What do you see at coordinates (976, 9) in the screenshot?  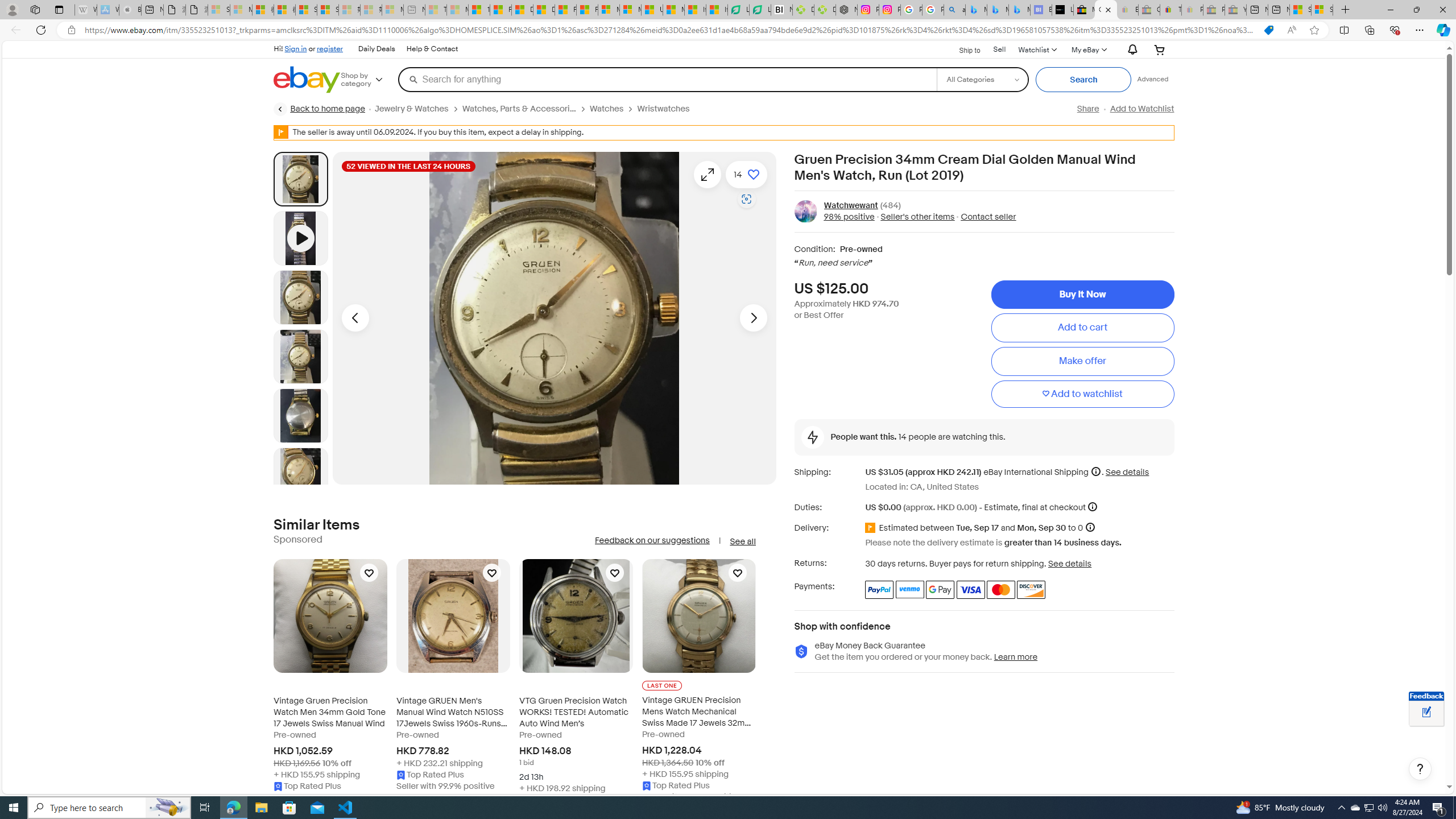 I see `'Microsoft Bing Travel - Flights from Hong Kong to Bangkok'` at bounding box center [976, 9].